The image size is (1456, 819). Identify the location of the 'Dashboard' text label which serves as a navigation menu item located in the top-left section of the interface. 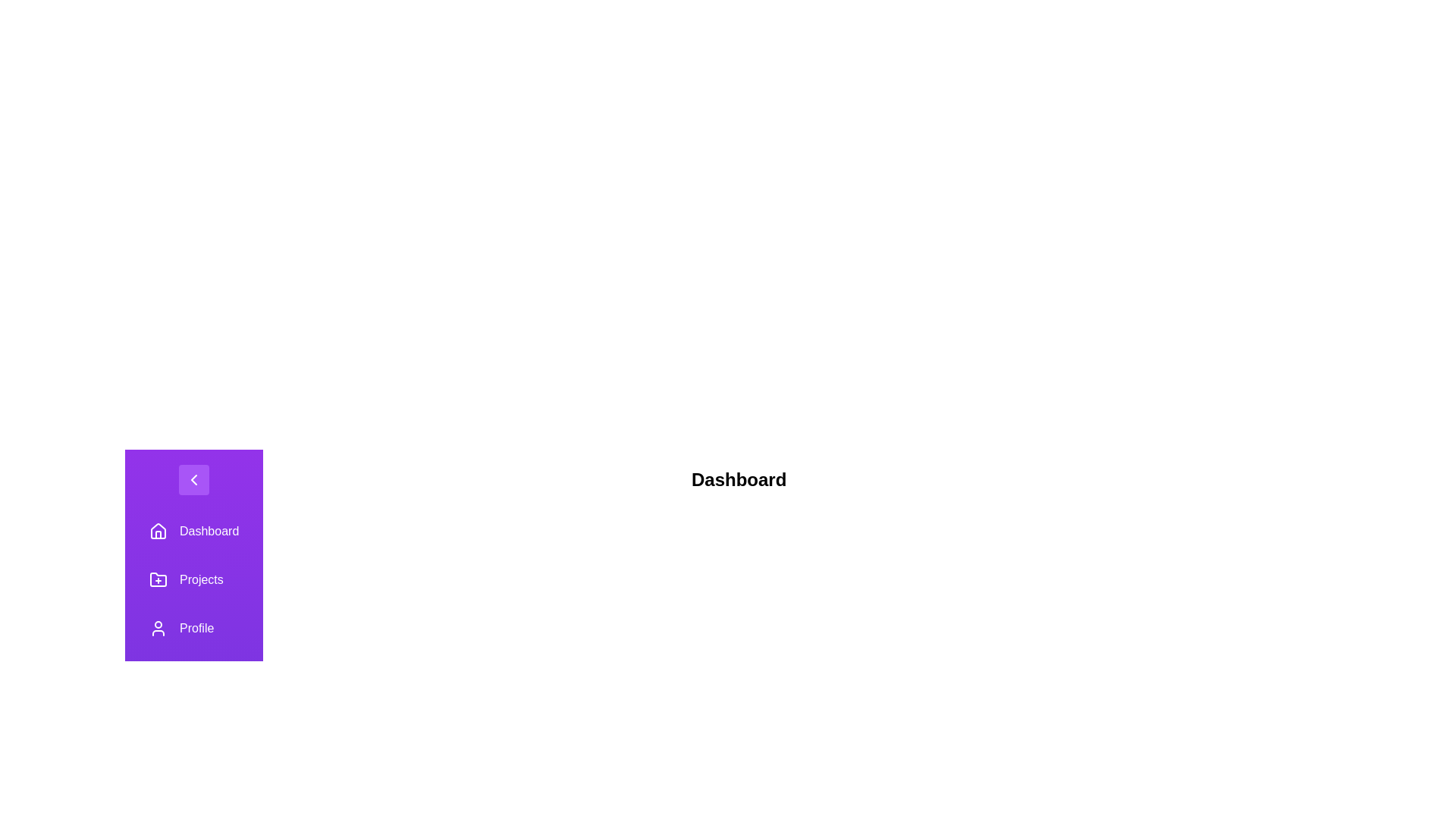
(209, 531).